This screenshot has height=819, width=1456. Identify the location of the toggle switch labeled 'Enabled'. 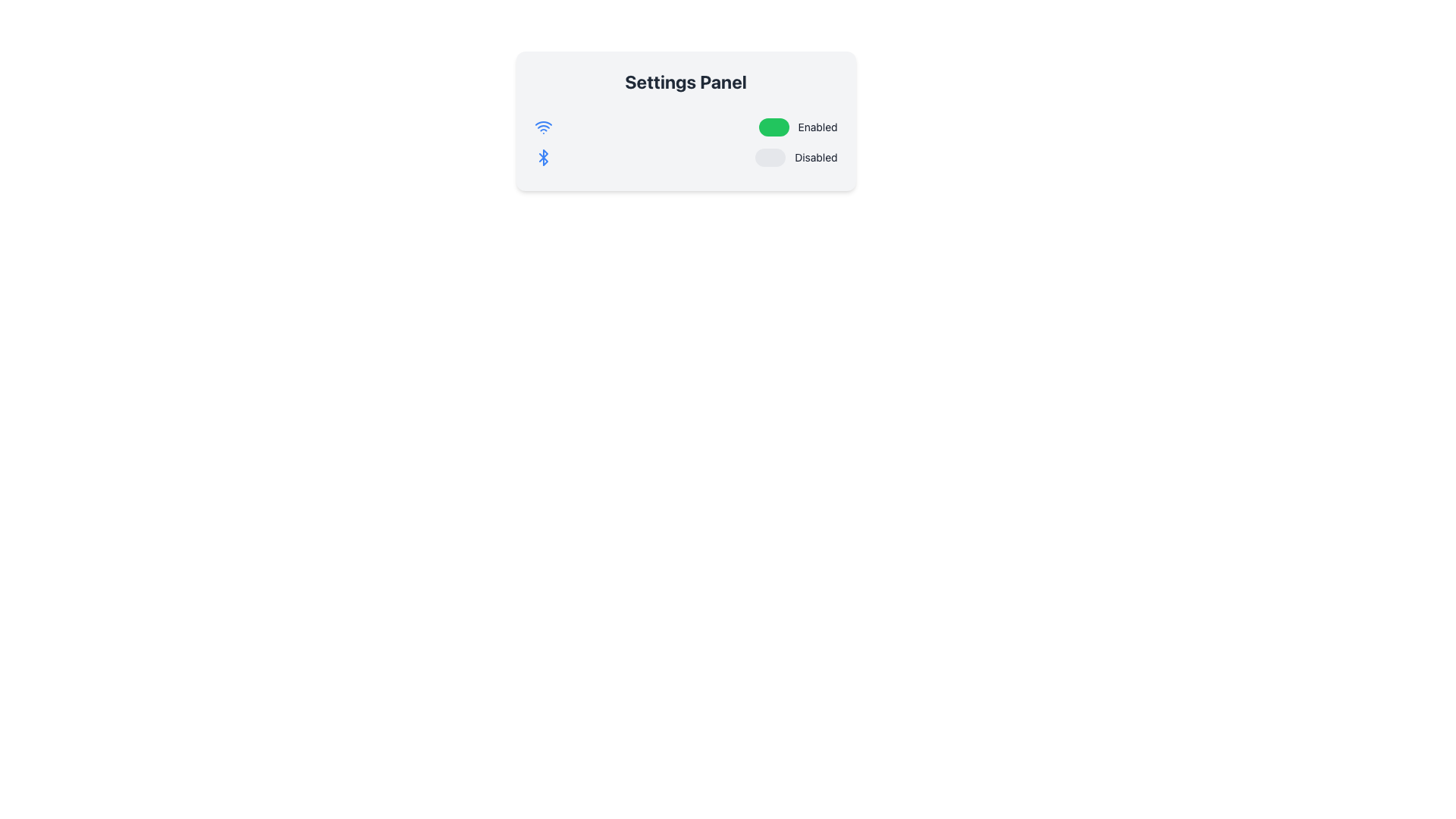
(797, 127).